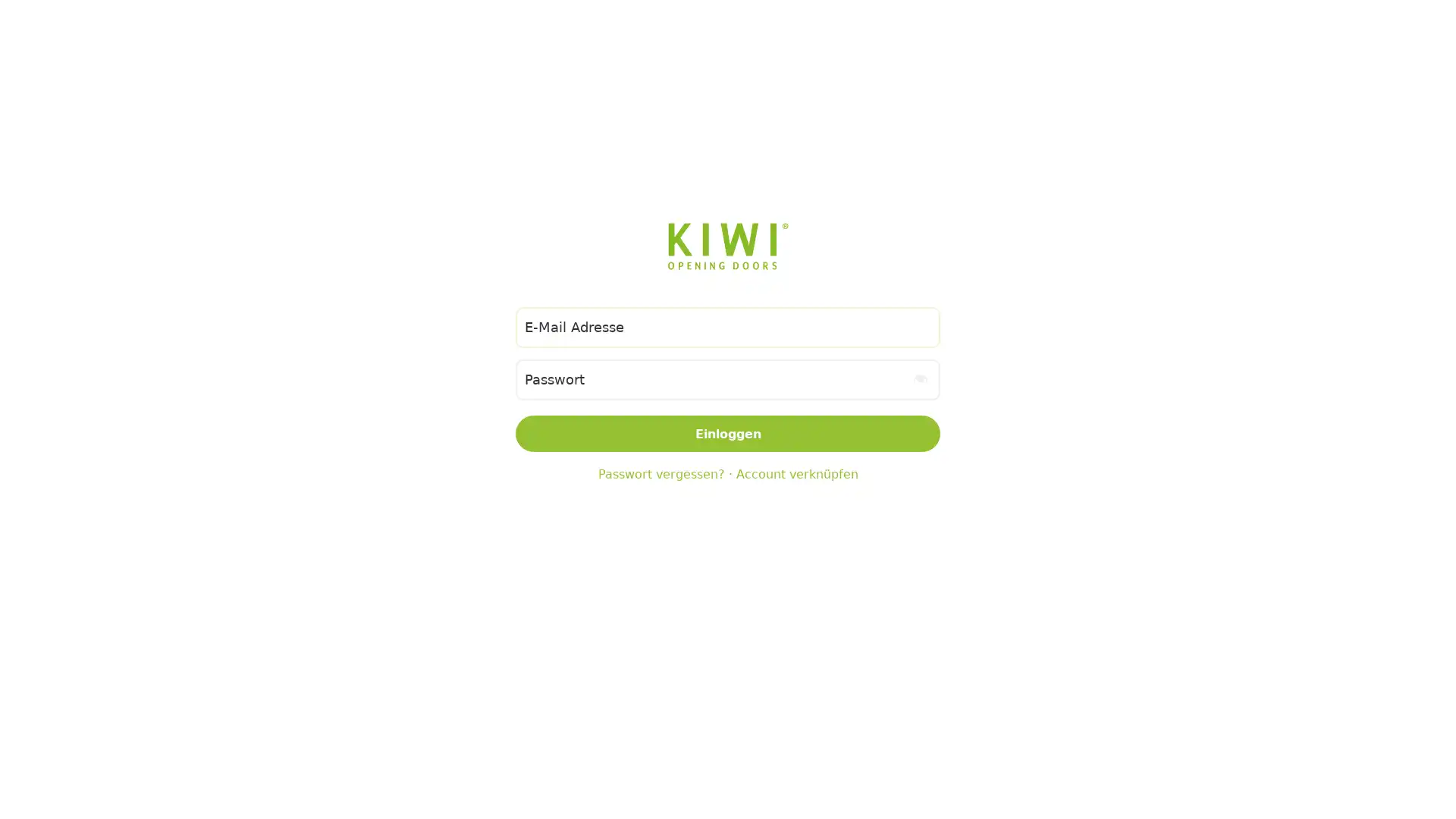 The image size is (1456, 819). What do you see at coordinates (728, 433) in the screenshot?
I see `Einloggen` at bounding box center [728, 433].